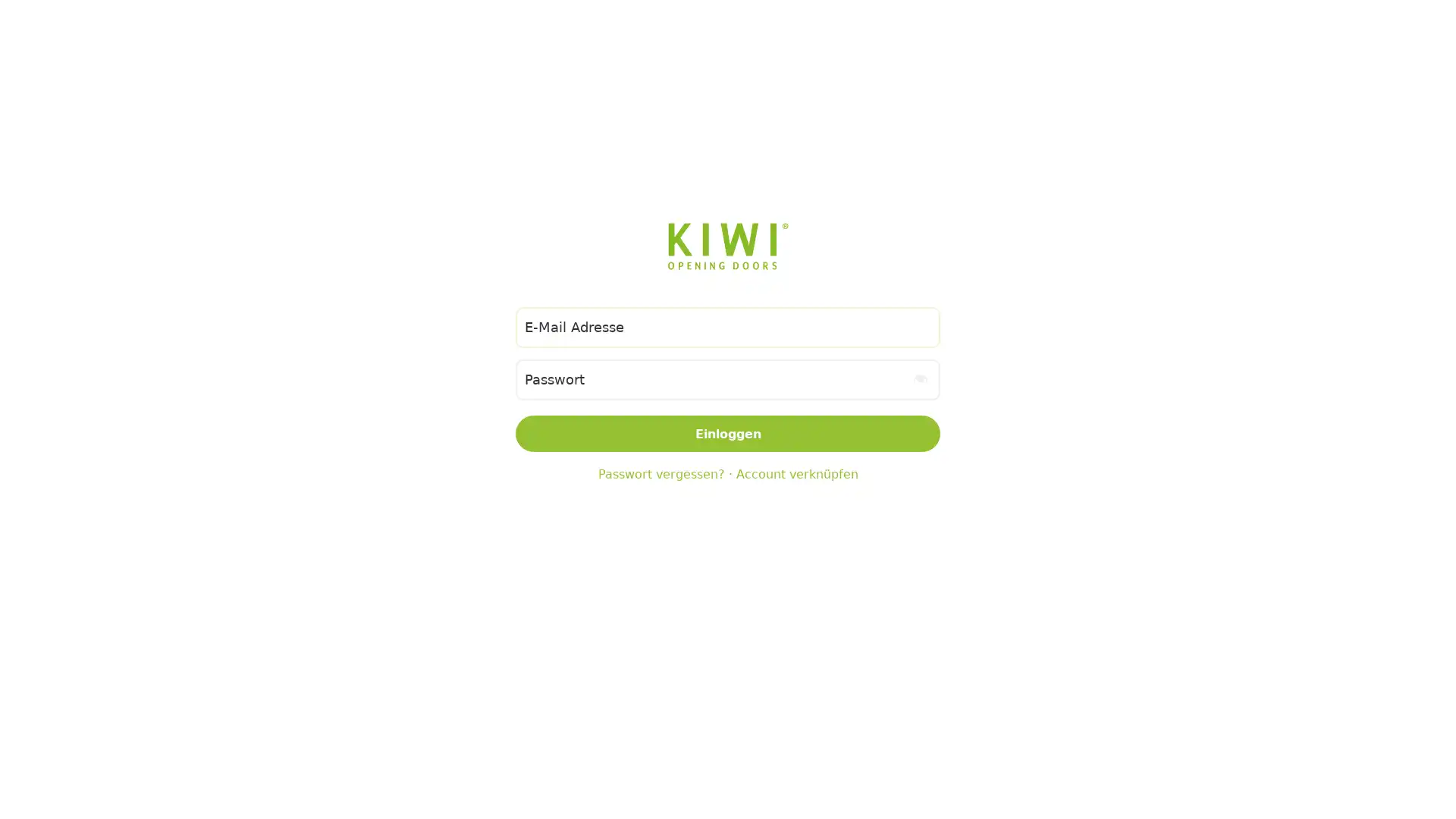 The image size is (1456, 819). What do you see at coordinates (728, 433) in the screenshot?
I see `Einloggen` at bounding box center [728, 433].